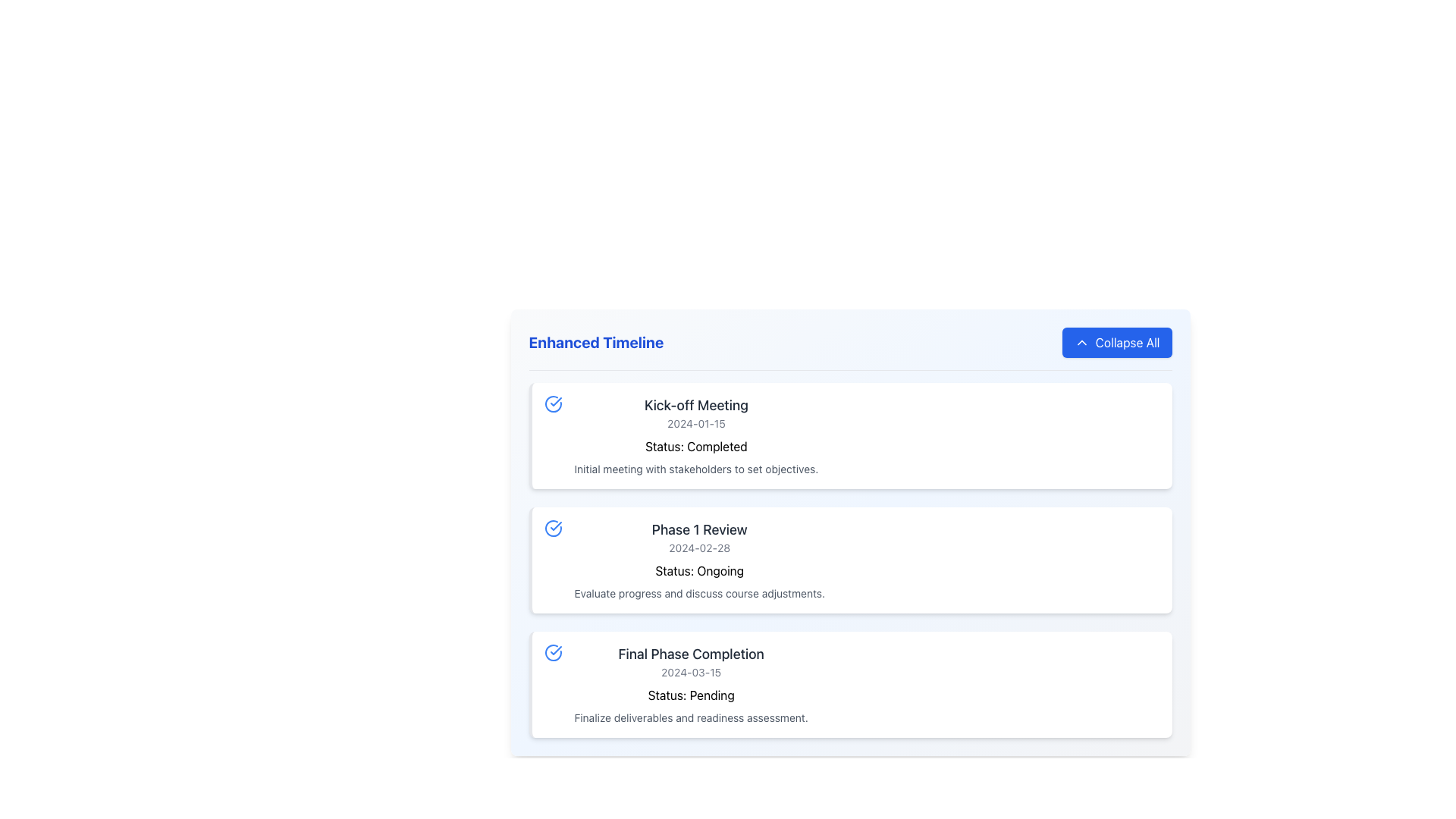 The width and height of the screenshot is (1456, 819). Describe the element at coordinates (698, 593) in the screenshot. I see `the text label reading 'Evaluate progress and discuss course adjustments.' which is located at the bottom of the 'Phase 1 Review' card layout` at that location.